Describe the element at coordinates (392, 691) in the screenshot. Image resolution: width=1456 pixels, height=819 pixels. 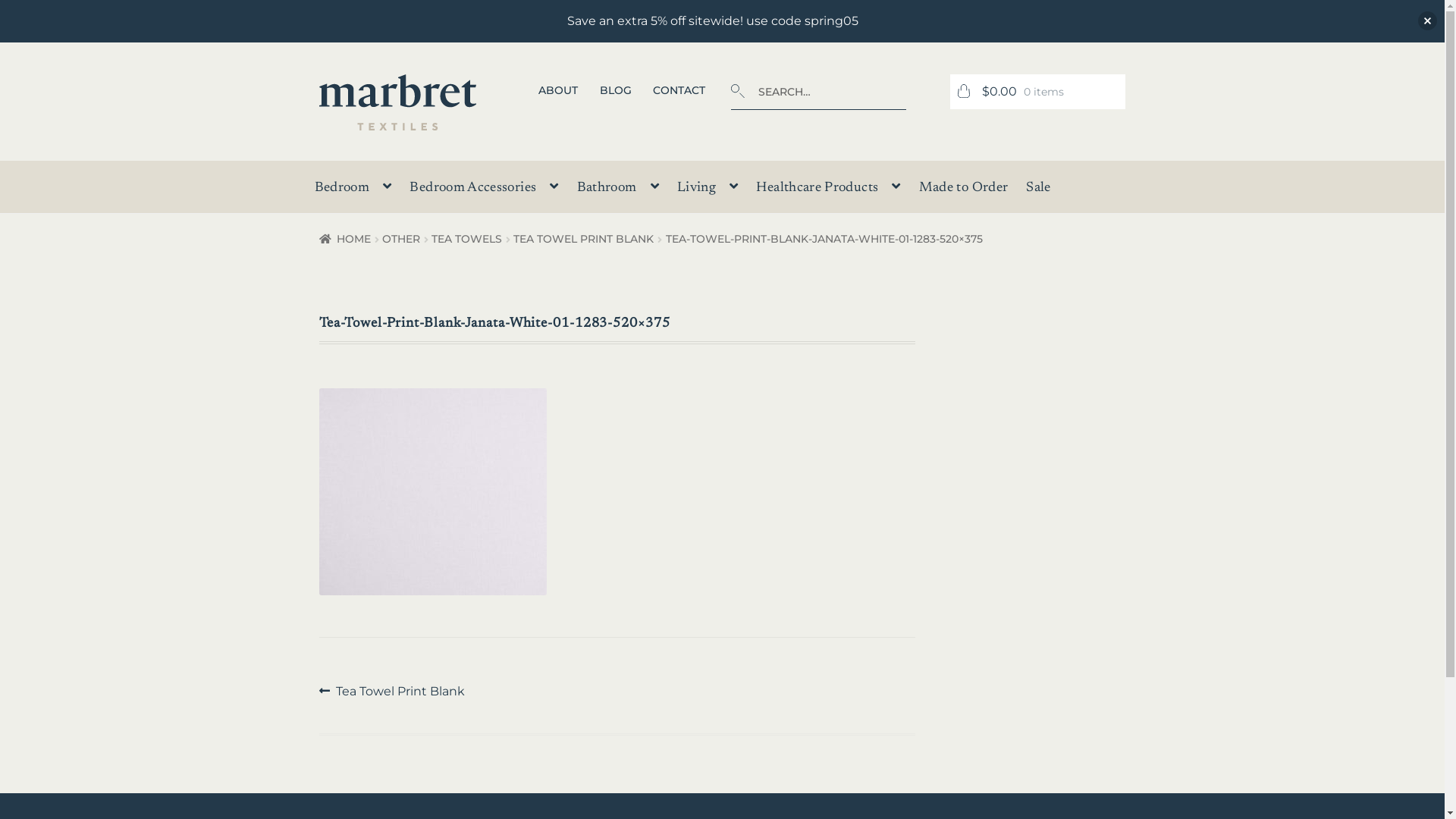
I see `'Previous post:` at that location.